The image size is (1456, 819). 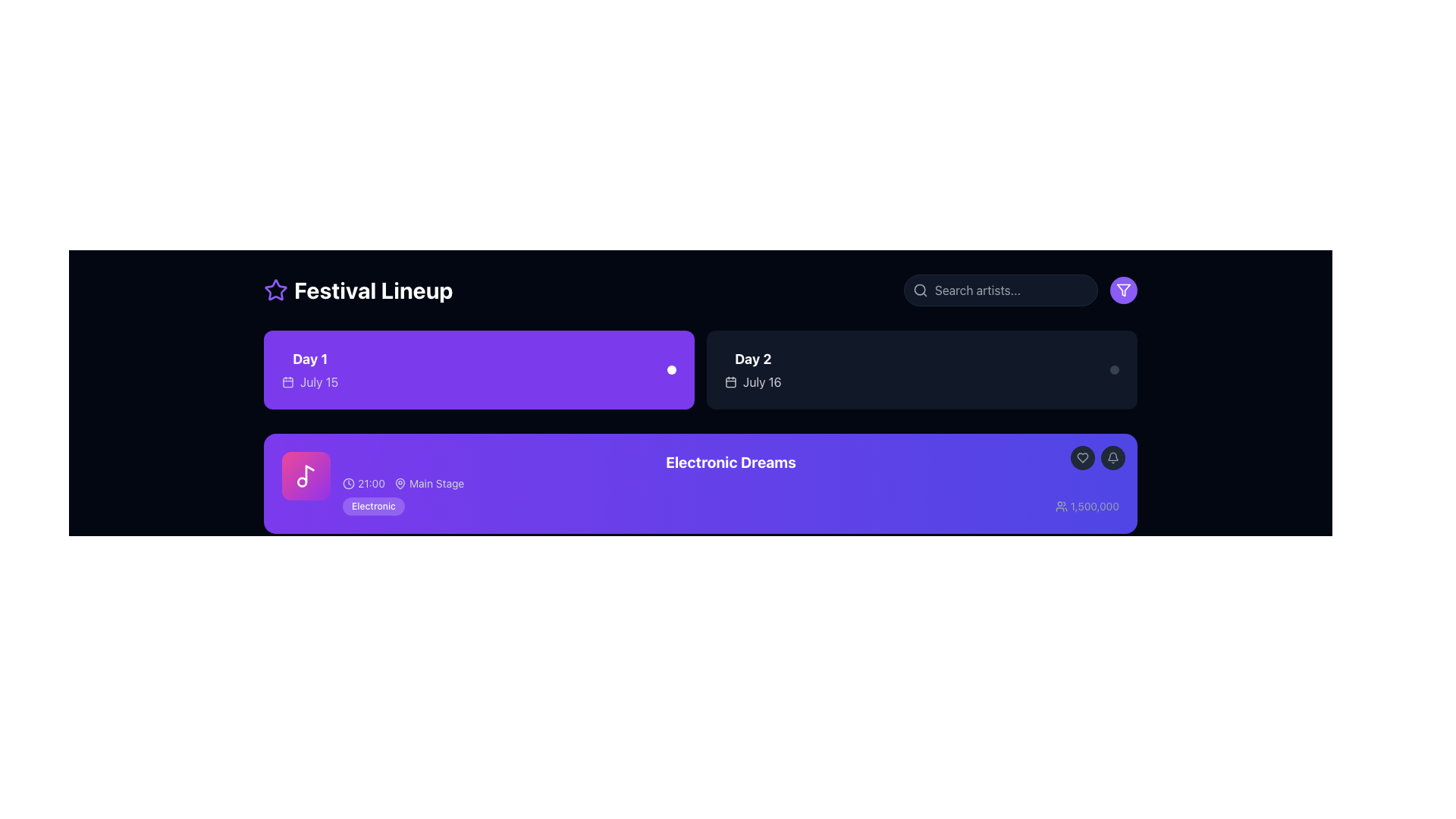 I want to click on the first circular 'like' button located at the top-right corner of the card labeled 'Electronic Dreams', so click(x=1082, y=457).